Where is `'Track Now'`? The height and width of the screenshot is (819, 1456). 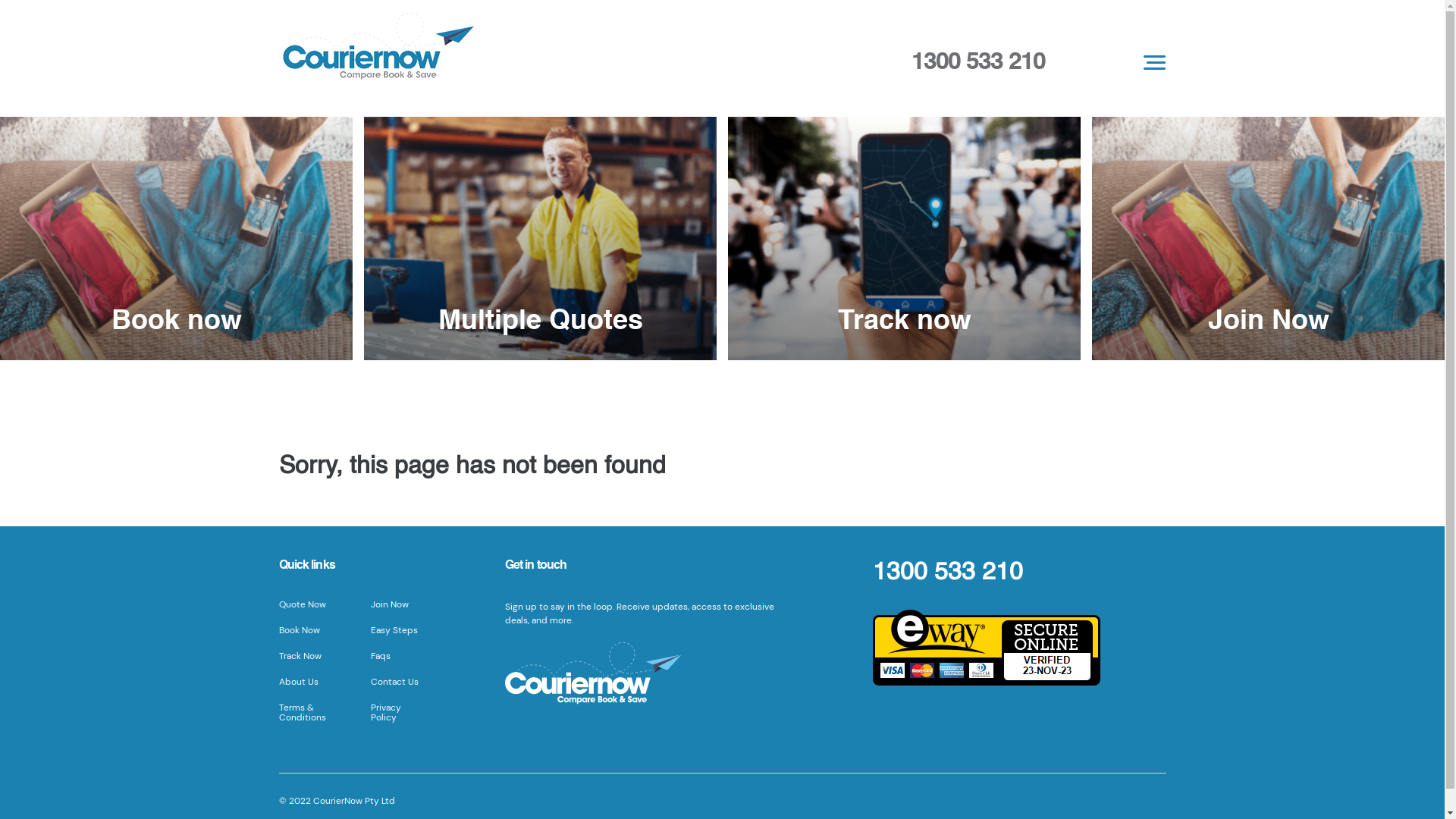
'Track Now' is located at coordinates (300, 654).